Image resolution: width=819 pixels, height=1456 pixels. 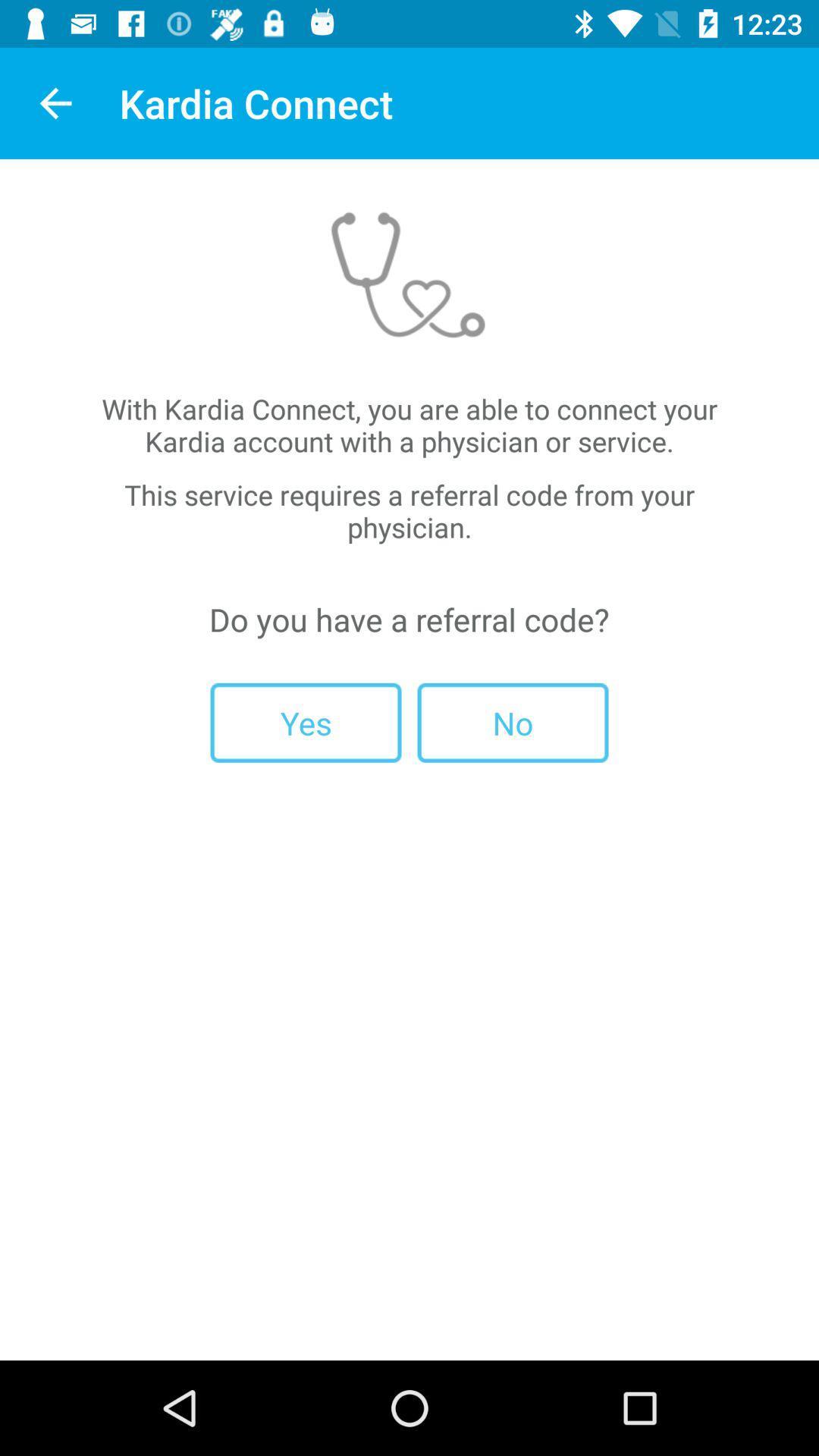 What do you see at coordinates (55, 102) in the screenshot?
I see `item next to kardia connect` at bounding box center [55, 102].